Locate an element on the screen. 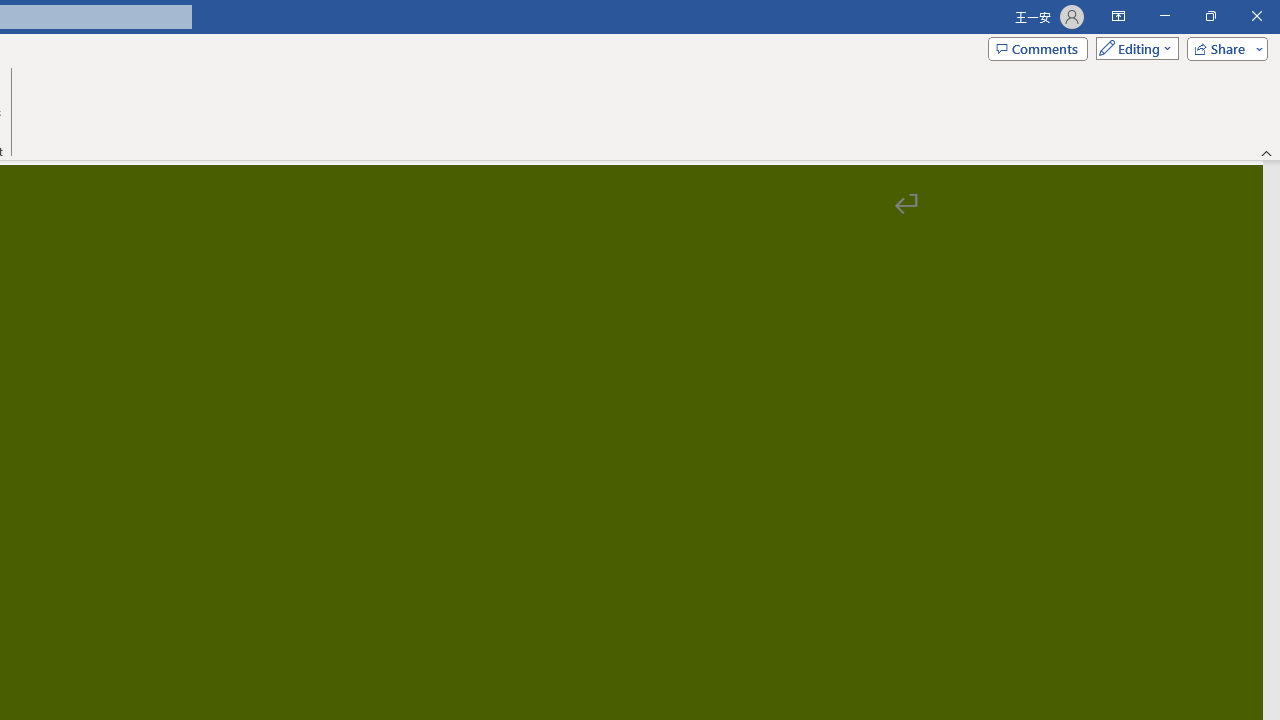 This screenshot has width=1280, height=720. 'Minimize' is located at coordinates (1164, 16).